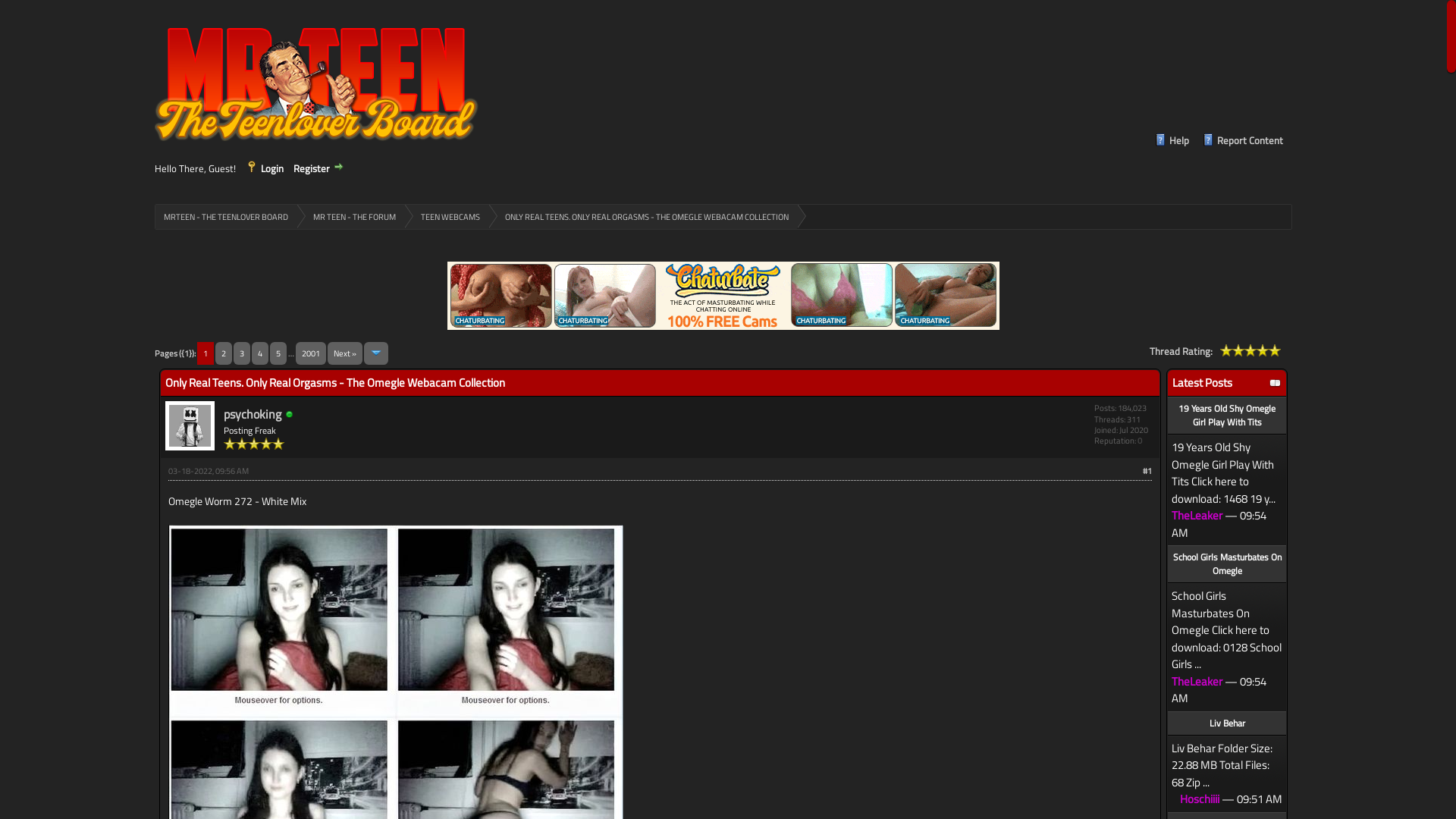 The width and height of the screenshot is (1456, 819). I want to click on '2001', so click(309, 353).